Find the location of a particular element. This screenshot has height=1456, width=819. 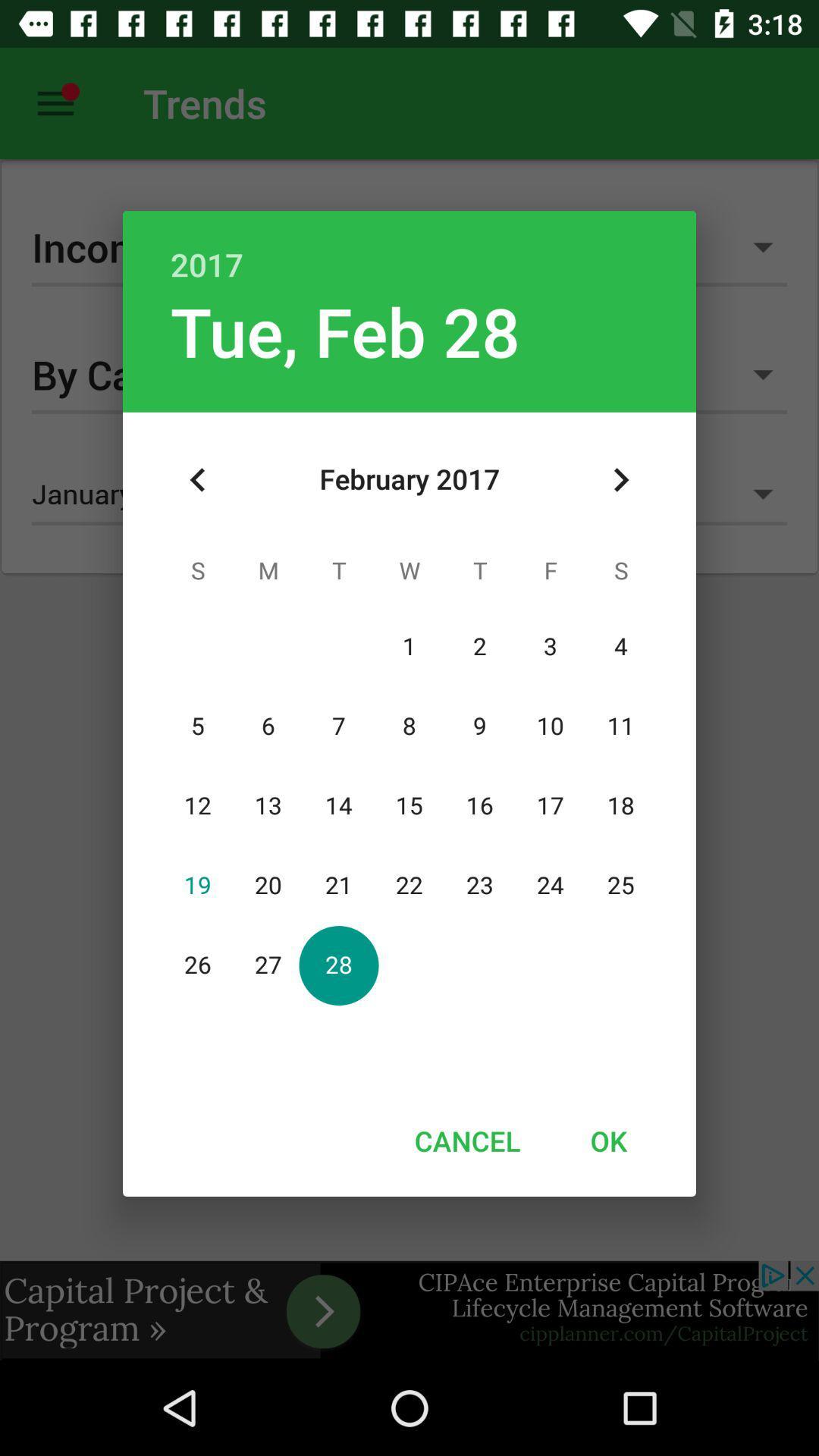

icon at the top right corner is located at coordinates (620, 479).